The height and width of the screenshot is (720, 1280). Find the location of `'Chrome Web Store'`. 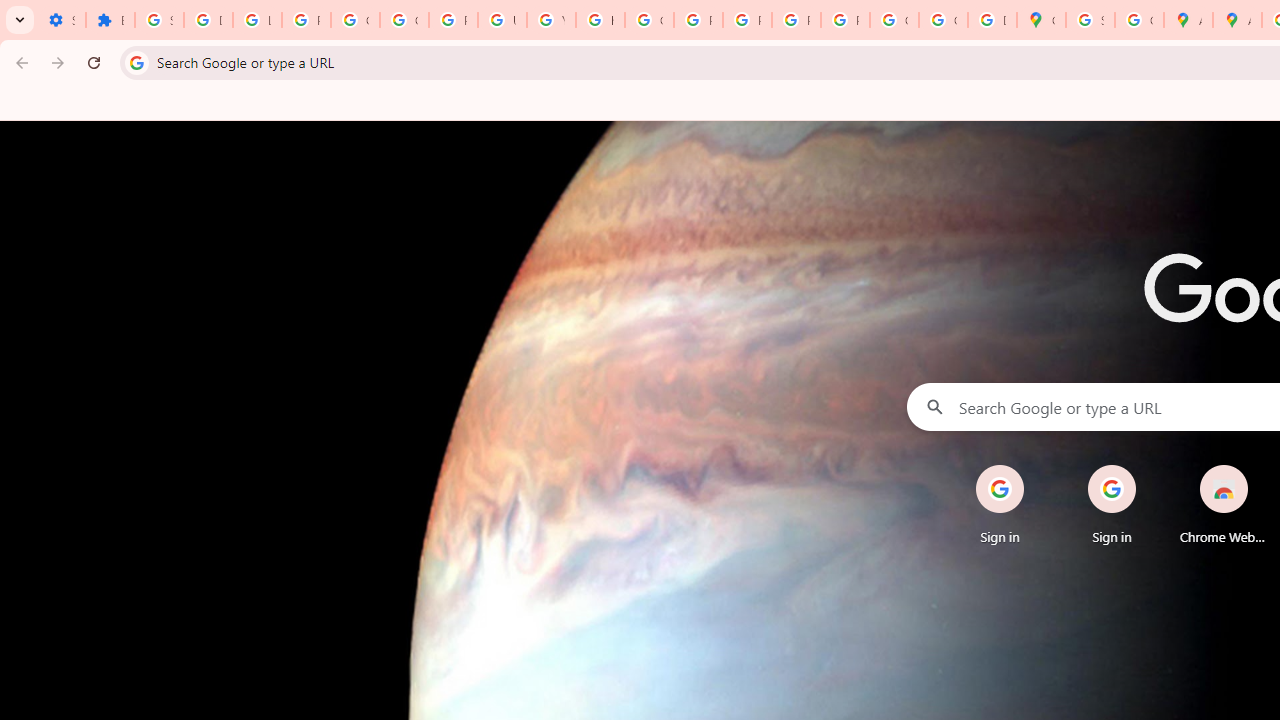

'Chrome Web Store' is located at coordinates (1222, 504).